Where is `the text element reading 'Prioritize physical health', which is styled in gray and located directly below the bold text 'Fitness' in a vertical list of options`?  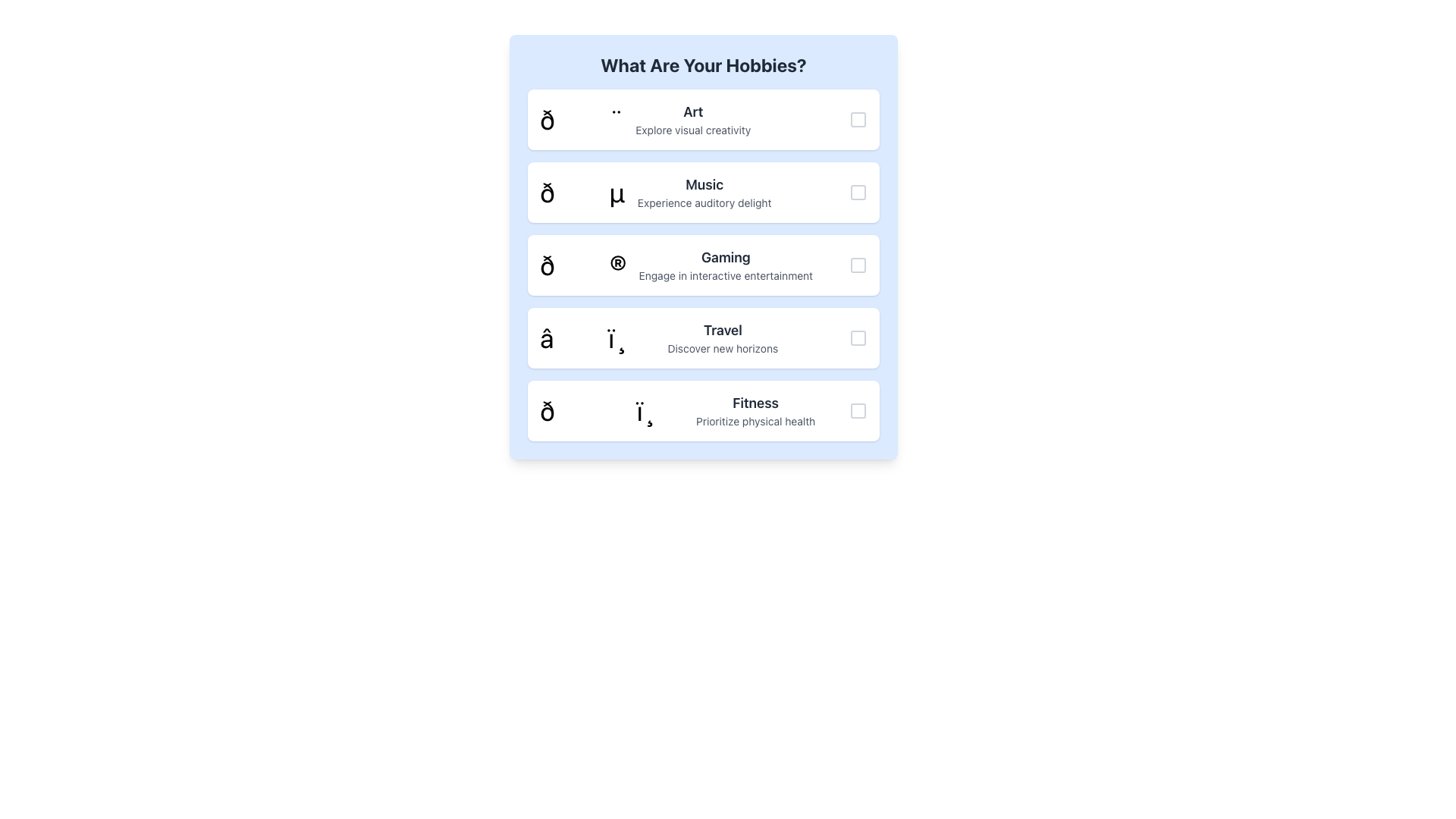 the text element reading 'Prioritize physical health', which is styled in gray and located directly below the bold text 'Fitness' in a vertical list of options is located at coordinates (755, 421).